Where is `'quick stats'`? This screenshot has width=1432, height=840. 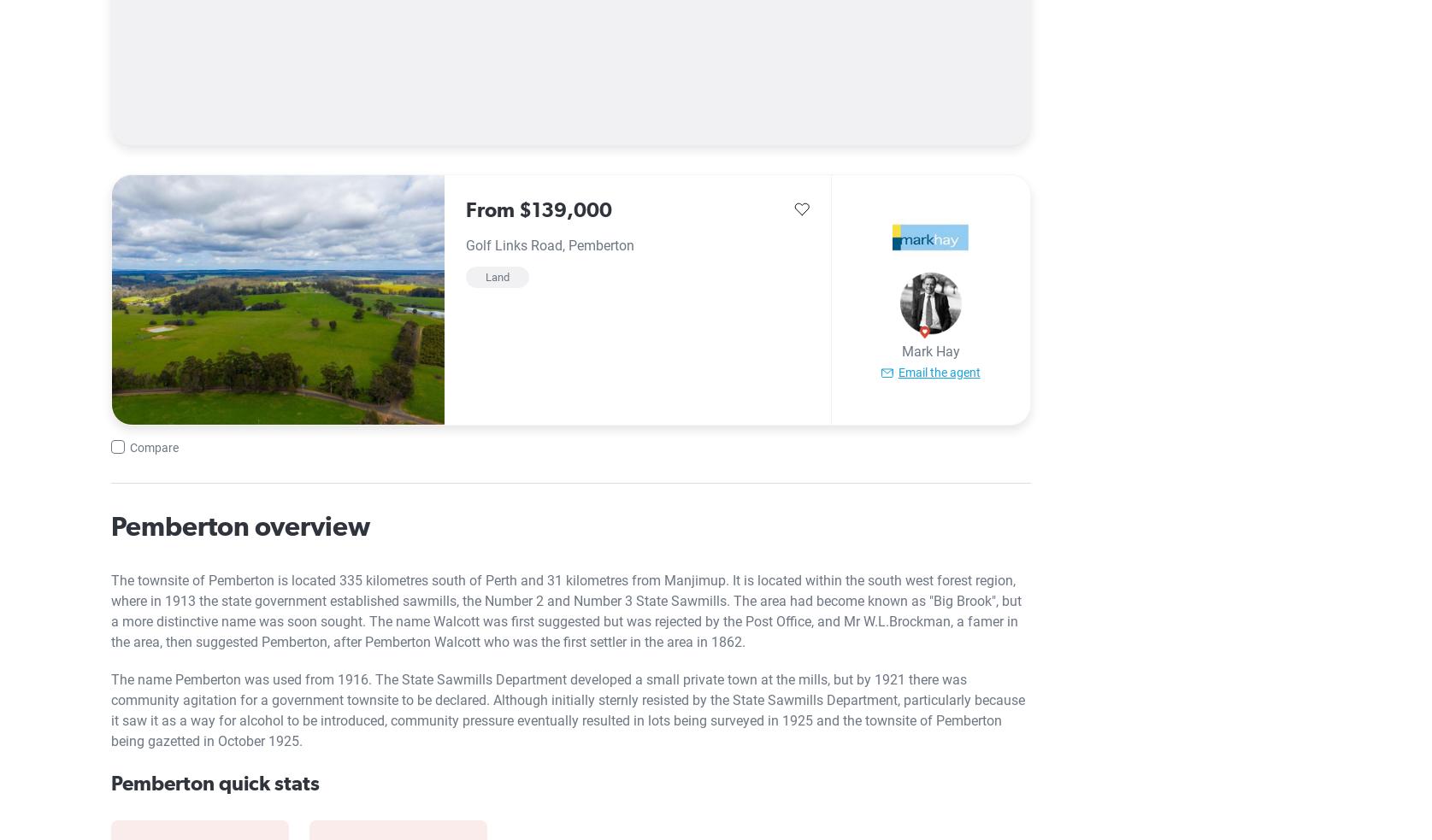 'quick stats' is located at coordinates (265, 782).